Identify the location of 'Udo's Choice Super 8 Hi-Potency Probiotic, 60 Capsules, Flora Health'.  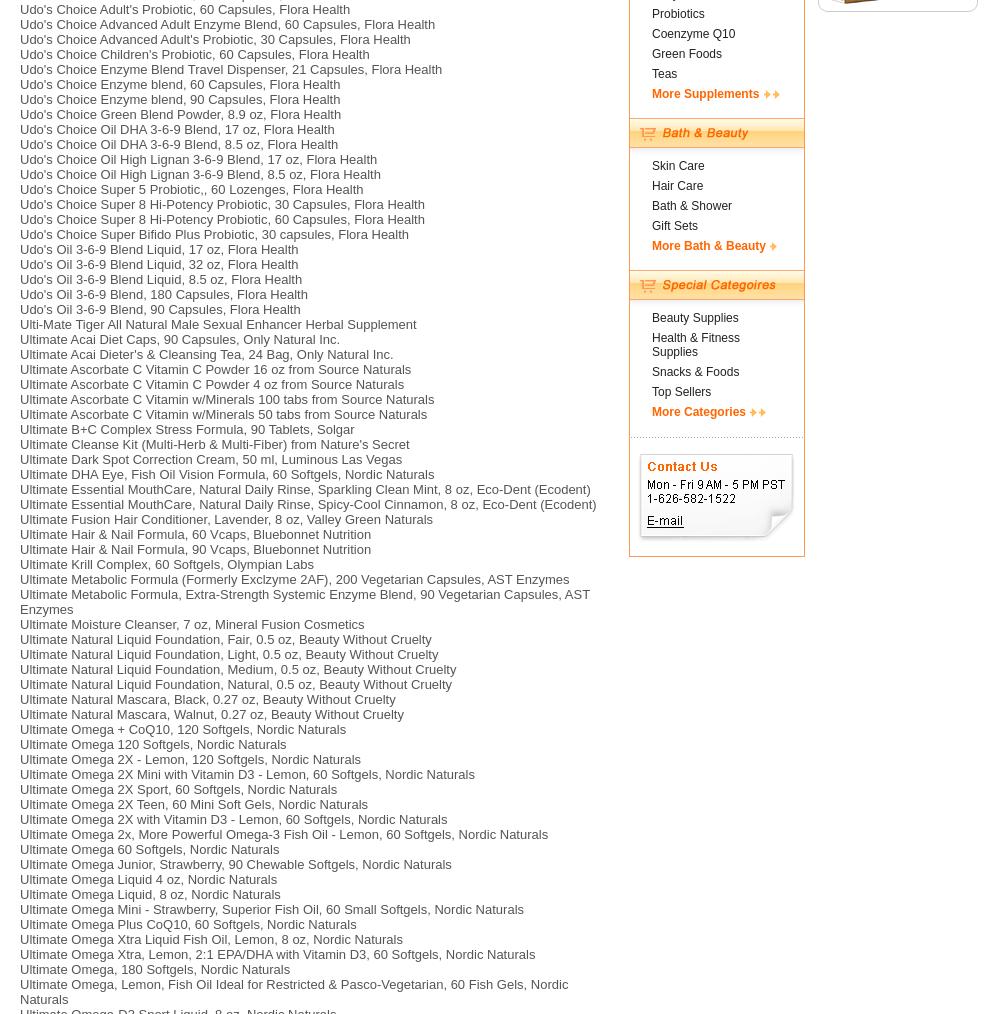
(221, 218).